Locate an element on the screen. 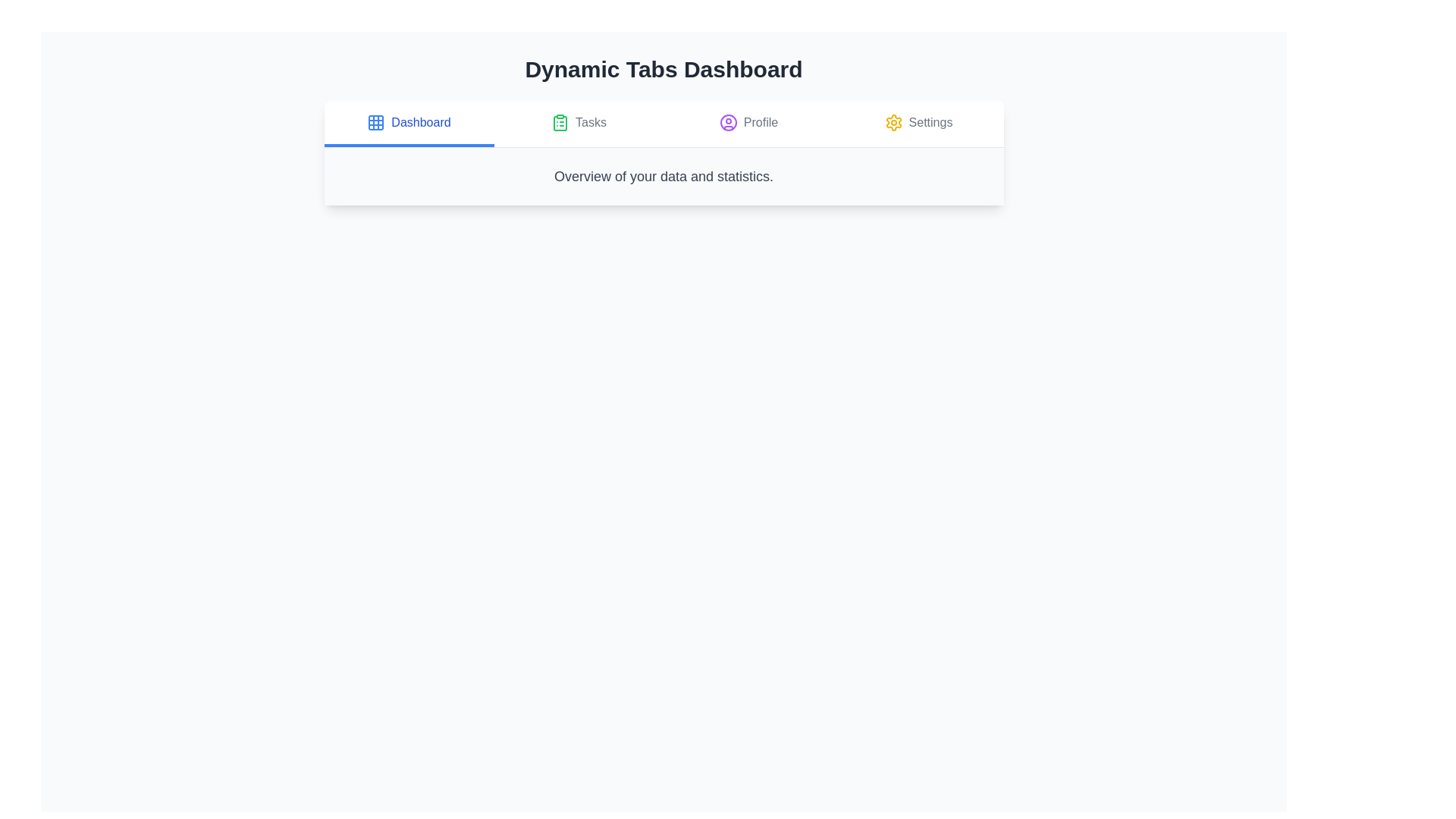  the 'Profile' navigation tab, which features a purple user profile icon and gray text is located at coordinates (748, 124).